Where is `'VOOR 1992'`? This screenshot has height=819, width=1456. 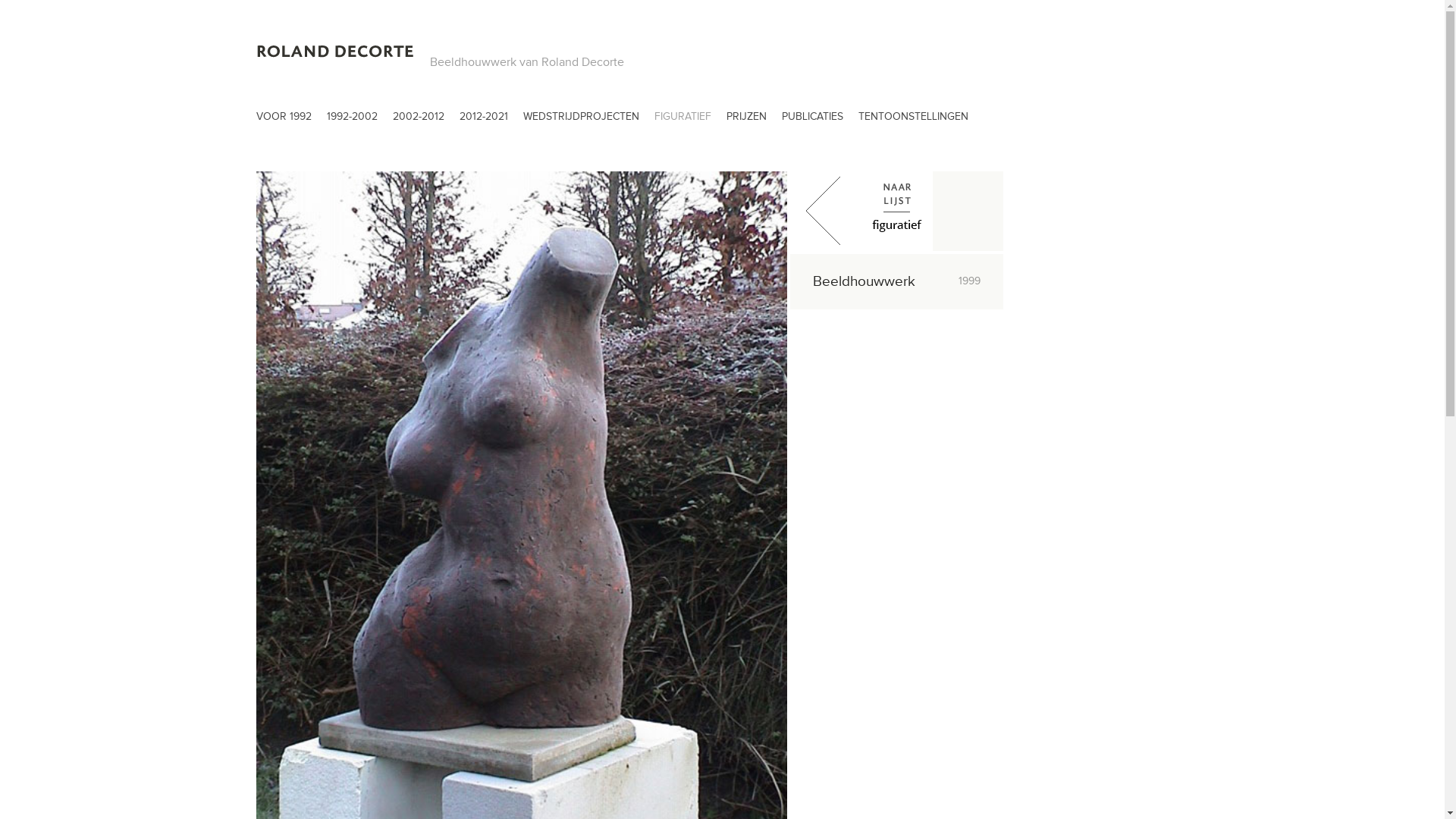 'VOOR 1992' is located at coordinates (284, 119).